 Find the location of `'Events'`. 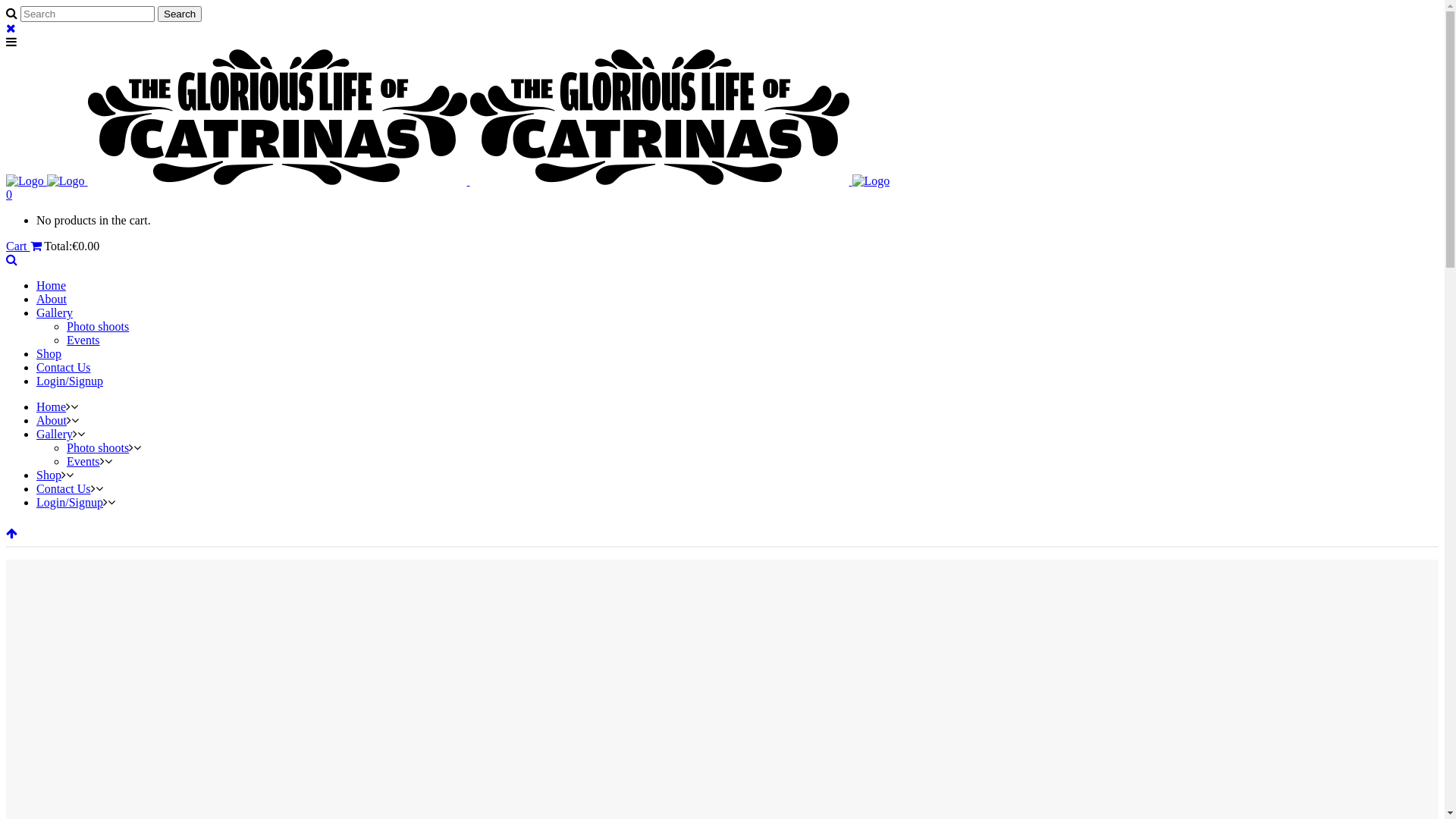

'Events' is located at coordinates (65, 460).